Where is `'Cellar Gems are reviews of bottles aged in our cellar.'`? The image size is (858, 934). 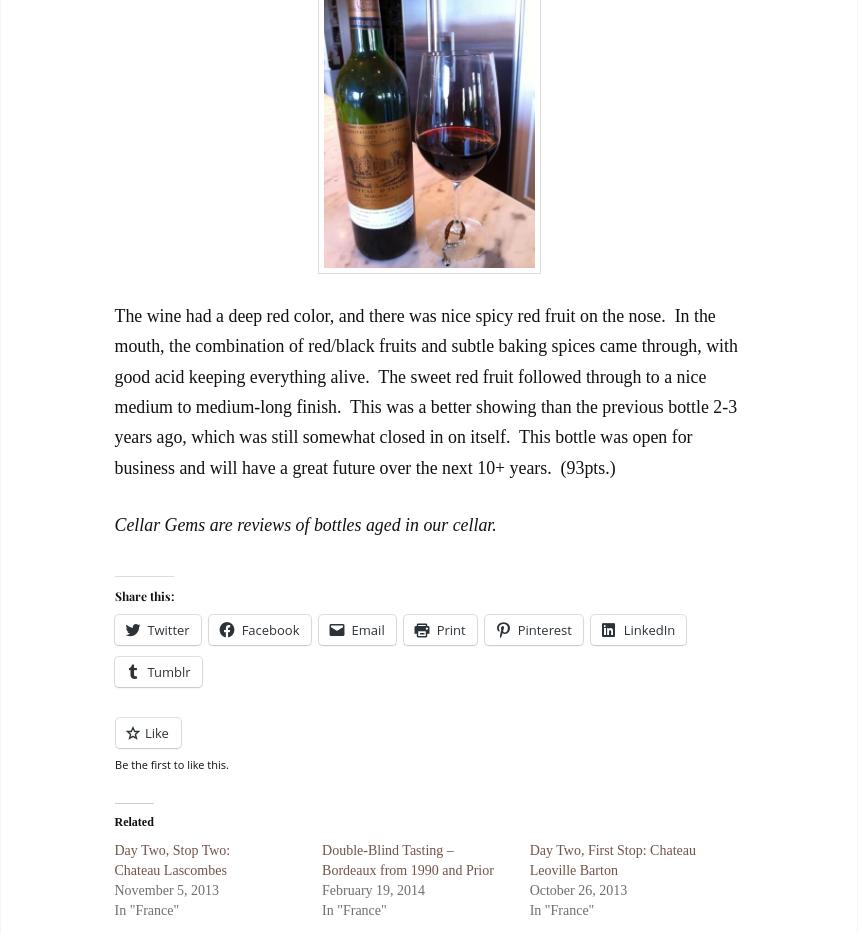 'Cellar Gems are reviews of bottles aged in our cellar.' is located at coordinates (304, 523).